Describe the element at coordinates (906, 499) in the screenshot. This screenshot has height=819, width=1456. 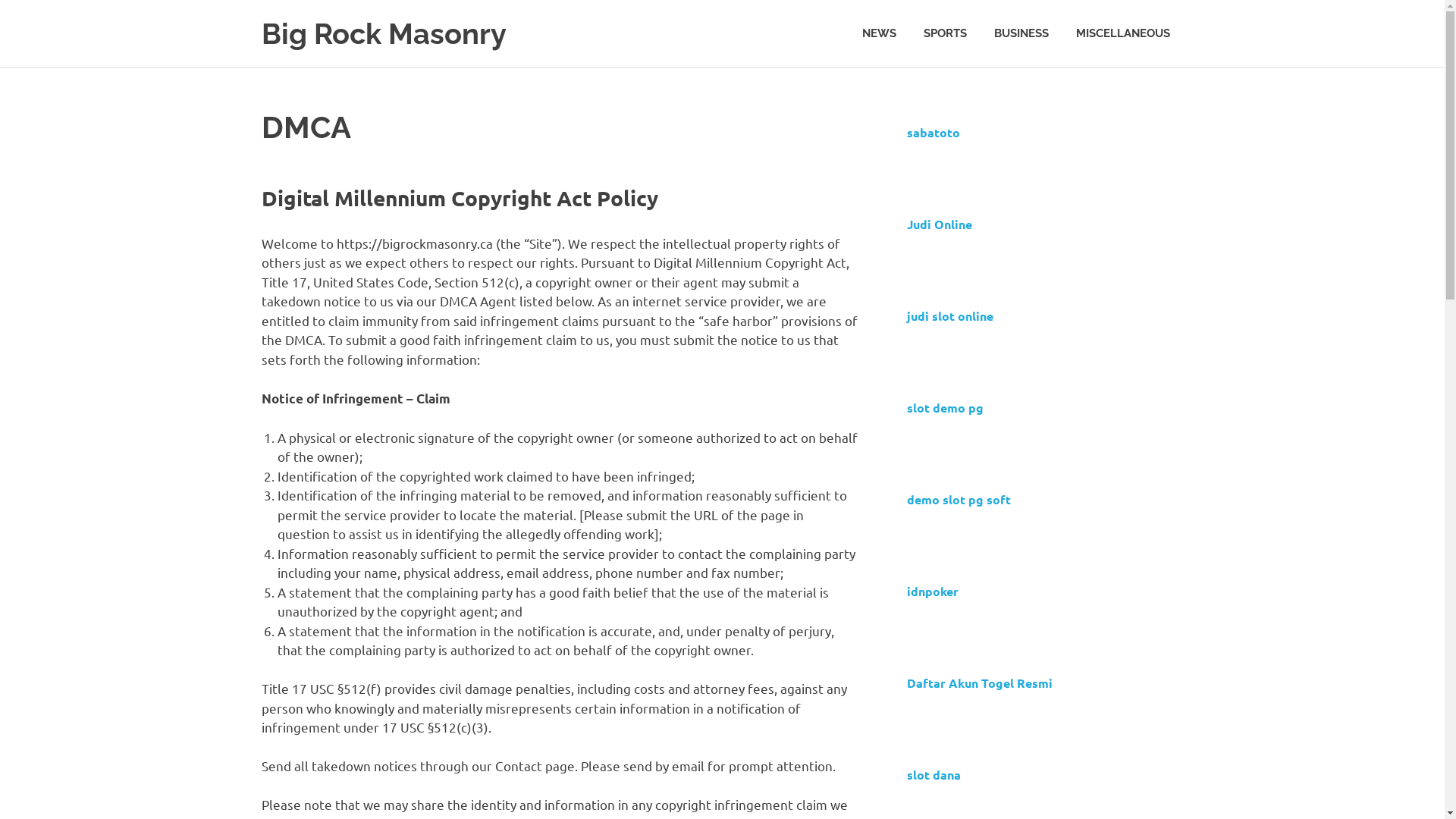
I see `'demo slot pg soft'` at that location.